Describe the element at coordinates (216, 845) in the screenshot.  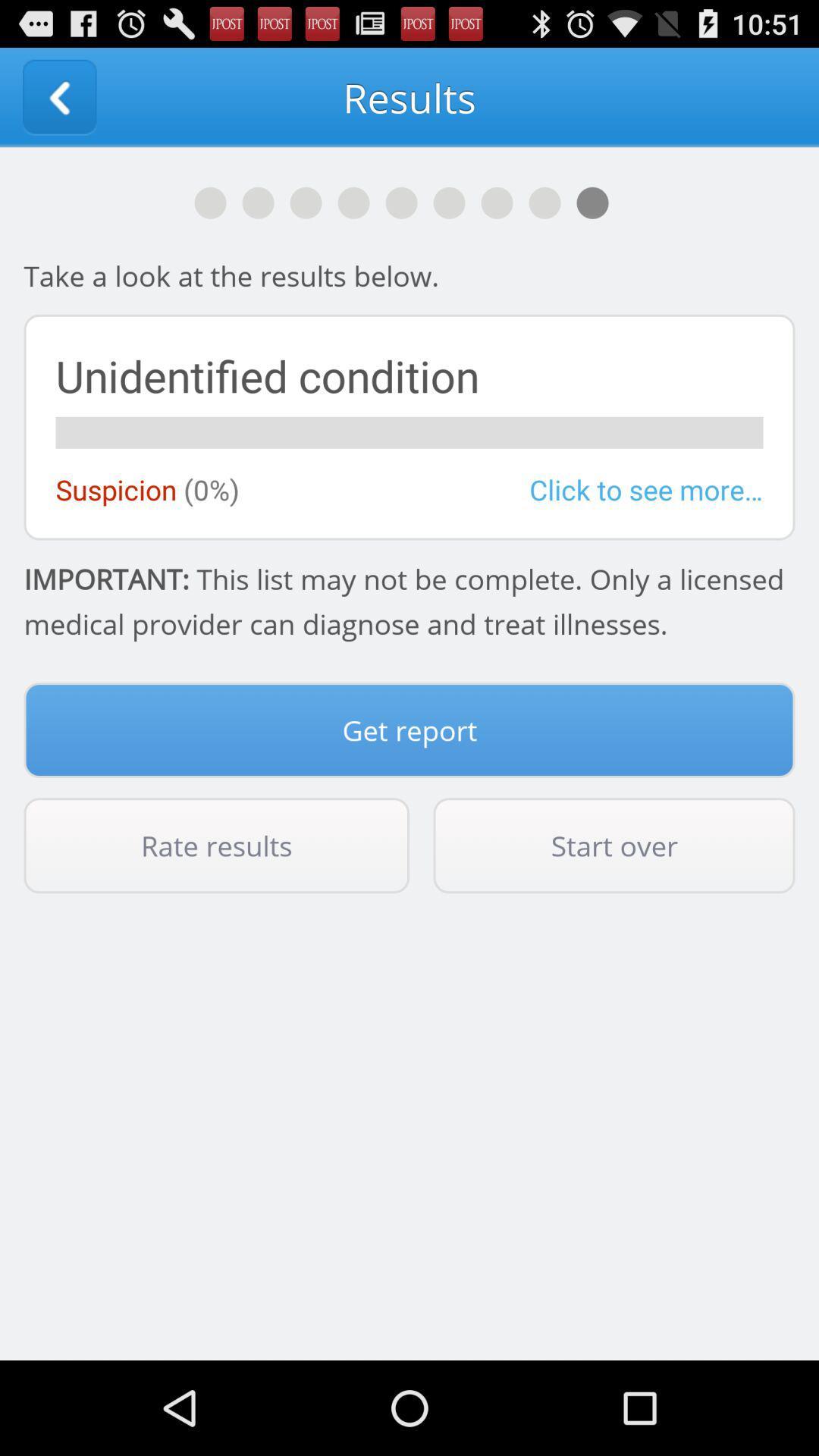
I see `the button to the left of the start over item` at that location.